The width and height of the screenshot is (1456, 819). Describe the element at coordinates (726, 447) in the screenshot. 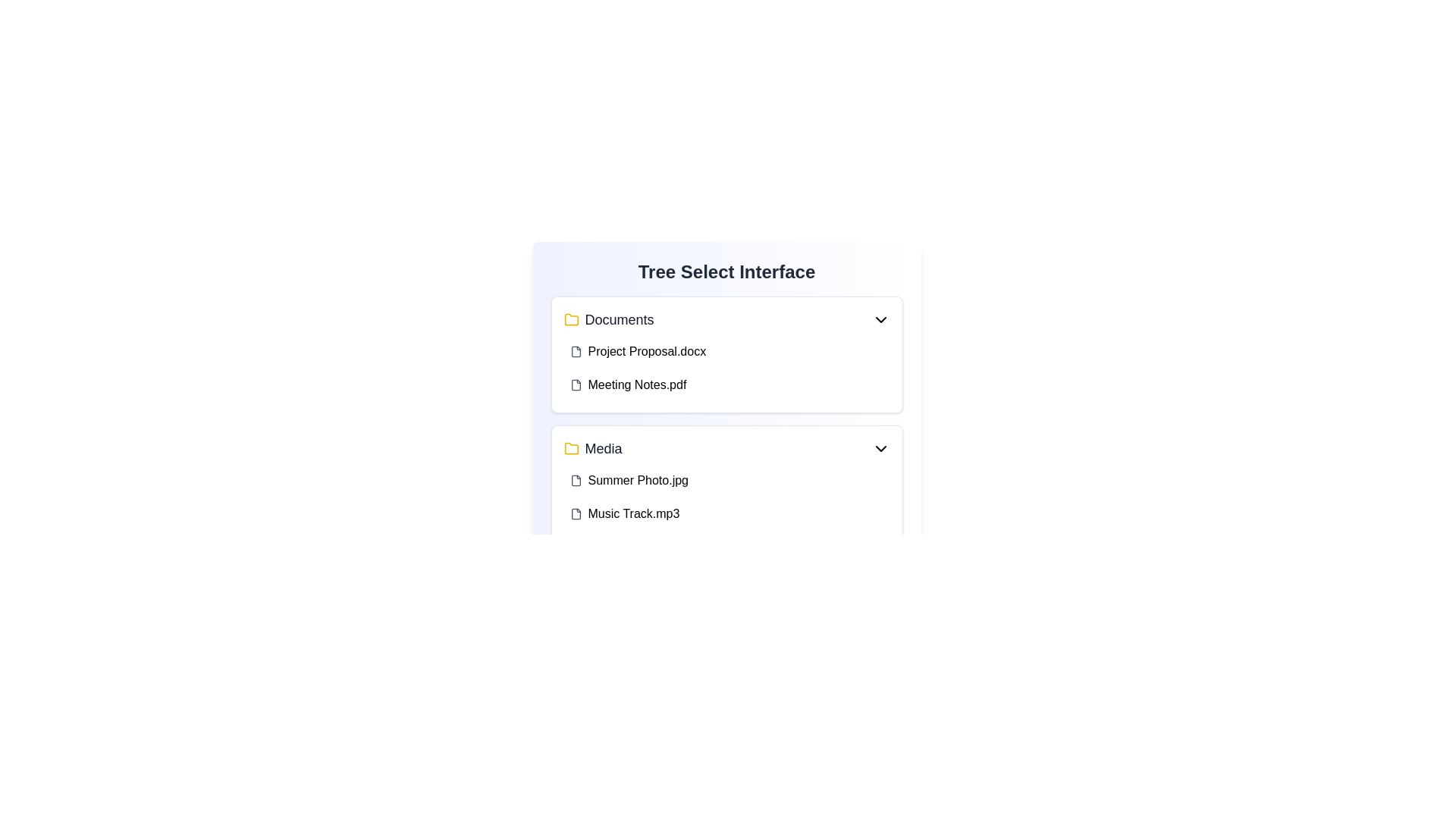

I see `the Collapsible Header with Icon and Text for further interactions, which allows users to expand or collapse the associated list of items under the 'Media' header` at that location.